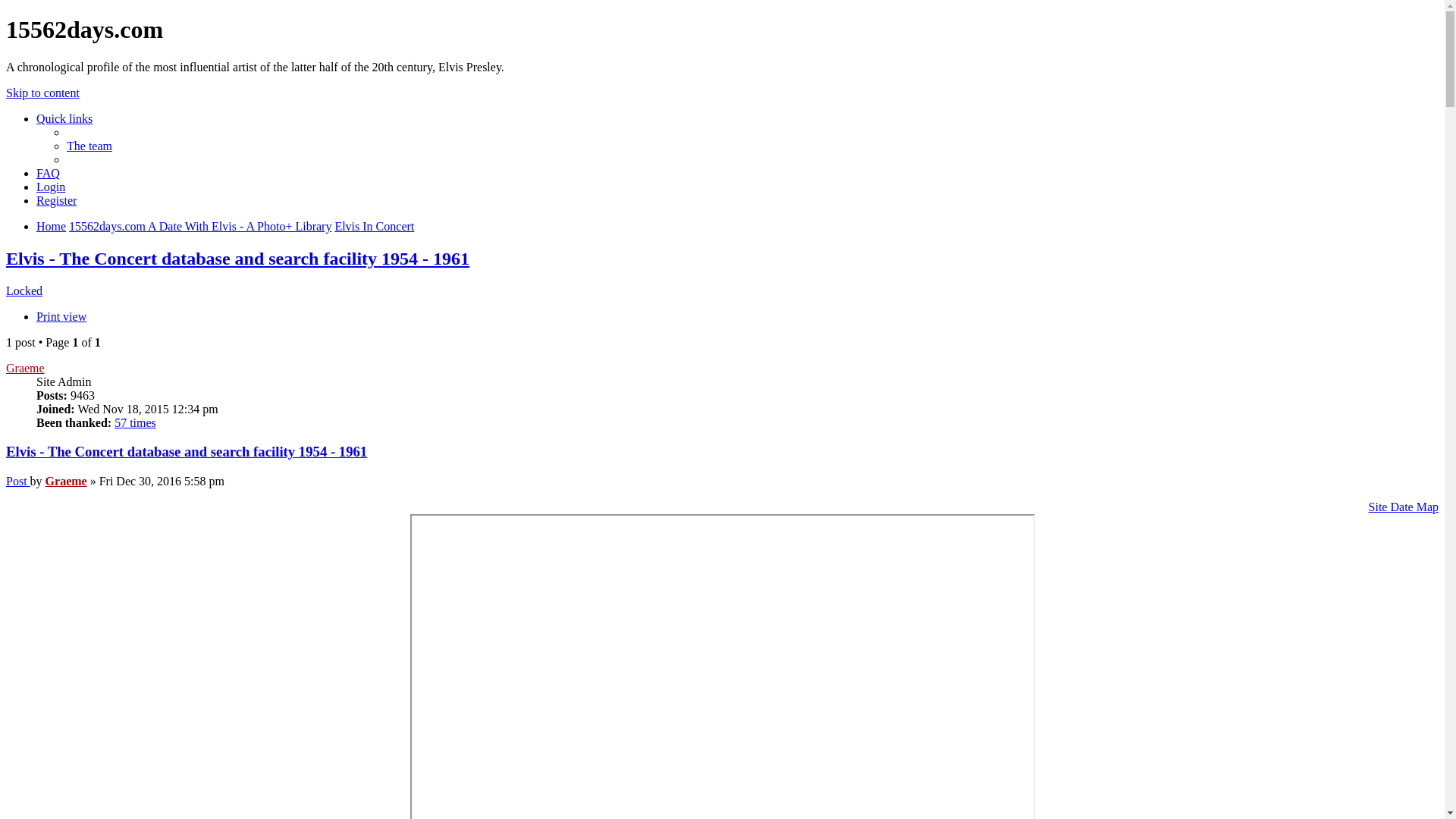 This screenshot has width=1456, height=819. What do you see at coordinates (64, 118) in the screenshot?
I see `'Quick links'` at bounding box center [64, 118].